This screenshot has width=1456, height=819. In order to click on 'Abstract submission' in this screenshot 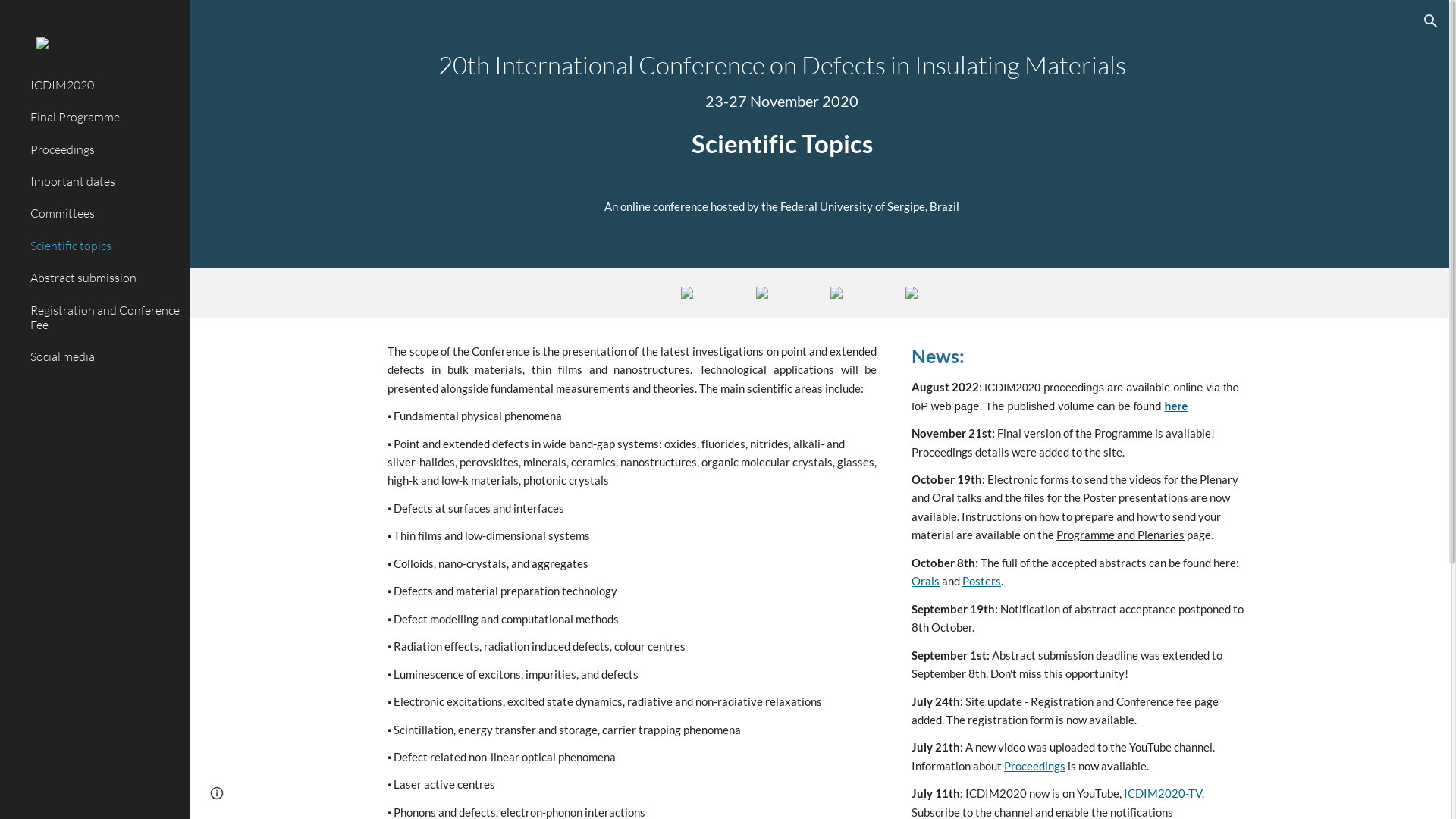, I will do `click(103, 278)`.